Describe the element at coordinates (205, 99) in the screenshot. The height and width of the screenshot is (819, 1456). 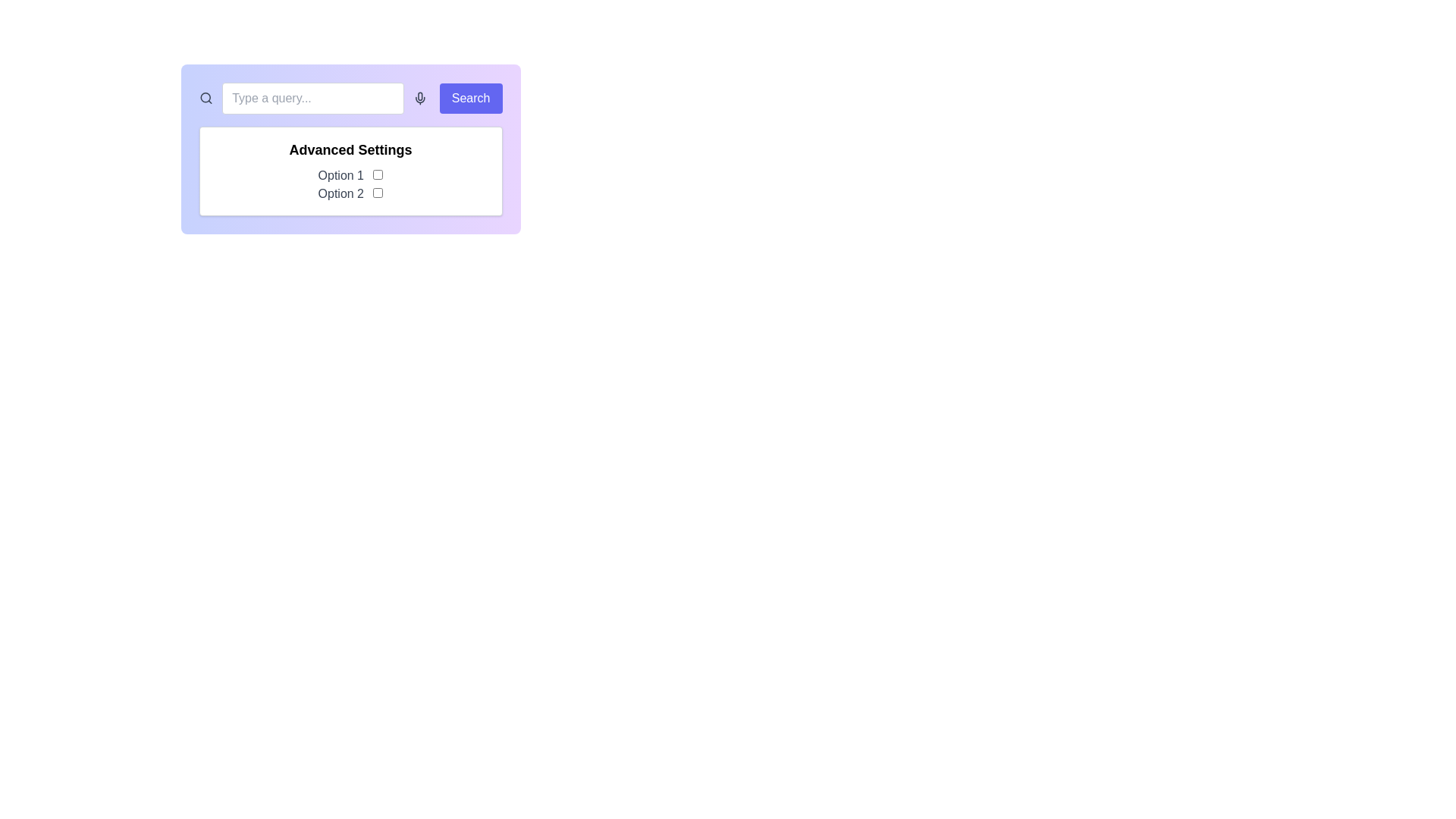
I see `the decorative search icon located at the far left of the row layout, which includes a text input field, microphone icon, and search button` at that location.